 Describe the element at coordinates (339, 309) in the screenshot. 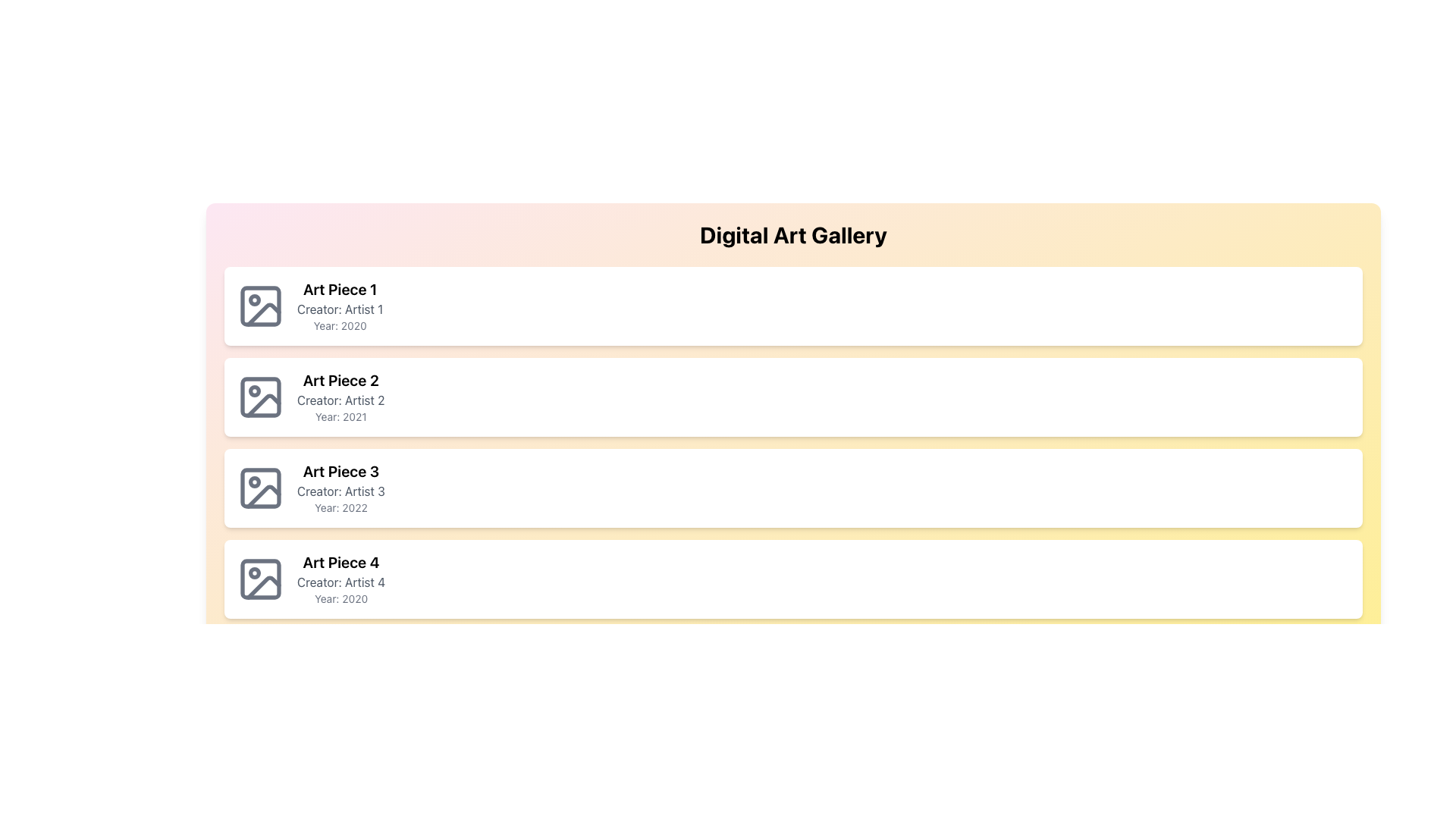

I see `the static text label displaying the creator's name associated with the art piece, positioned below 'Art Piece 1' and above 'Year: 2020'` at that location.